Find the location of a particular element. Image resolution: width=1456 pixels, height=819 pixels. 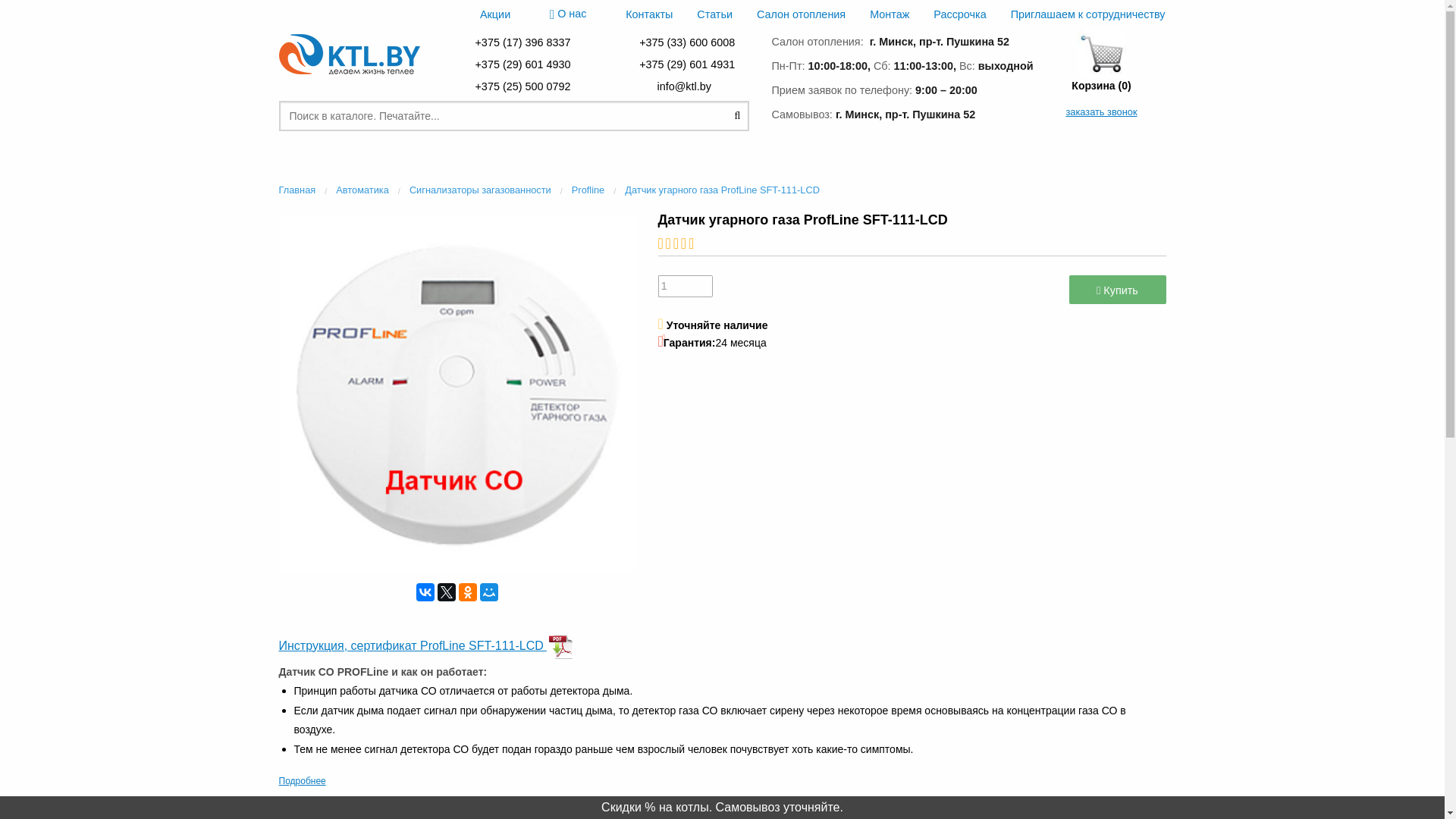

'+375 (29) 601 4930' is located at coordinates (522, 63).